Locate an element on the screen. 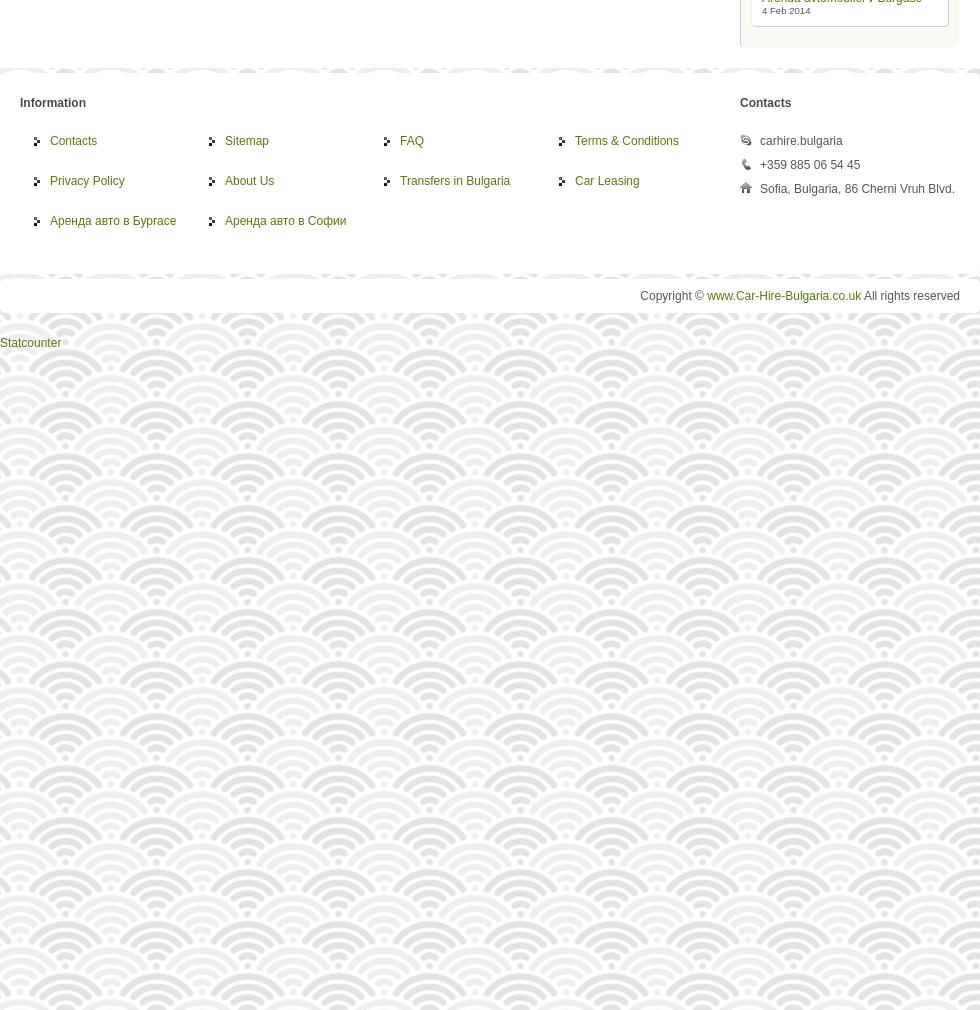 The height and width of the screenshot is (1010, 980). 'Information' is located at coordinates (53, 101).